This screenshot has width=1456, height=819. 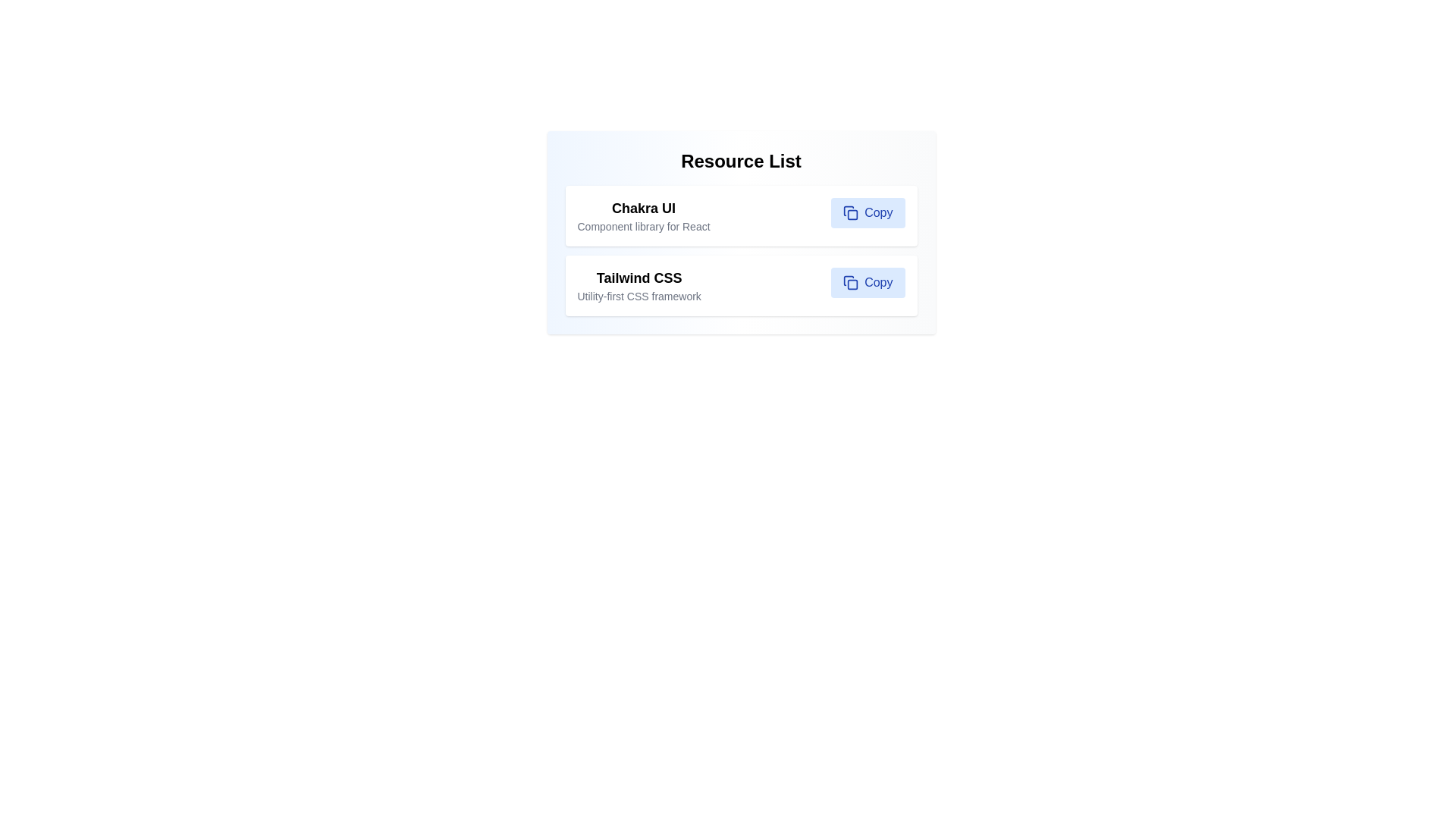 What do you see at coordinates (848, 281) in the screenshot?
I see `the small document or copy icon located on the right side of the 'Tailwind CSS' row to potentially reveal a tooltip` at bounding box center [848, 281].